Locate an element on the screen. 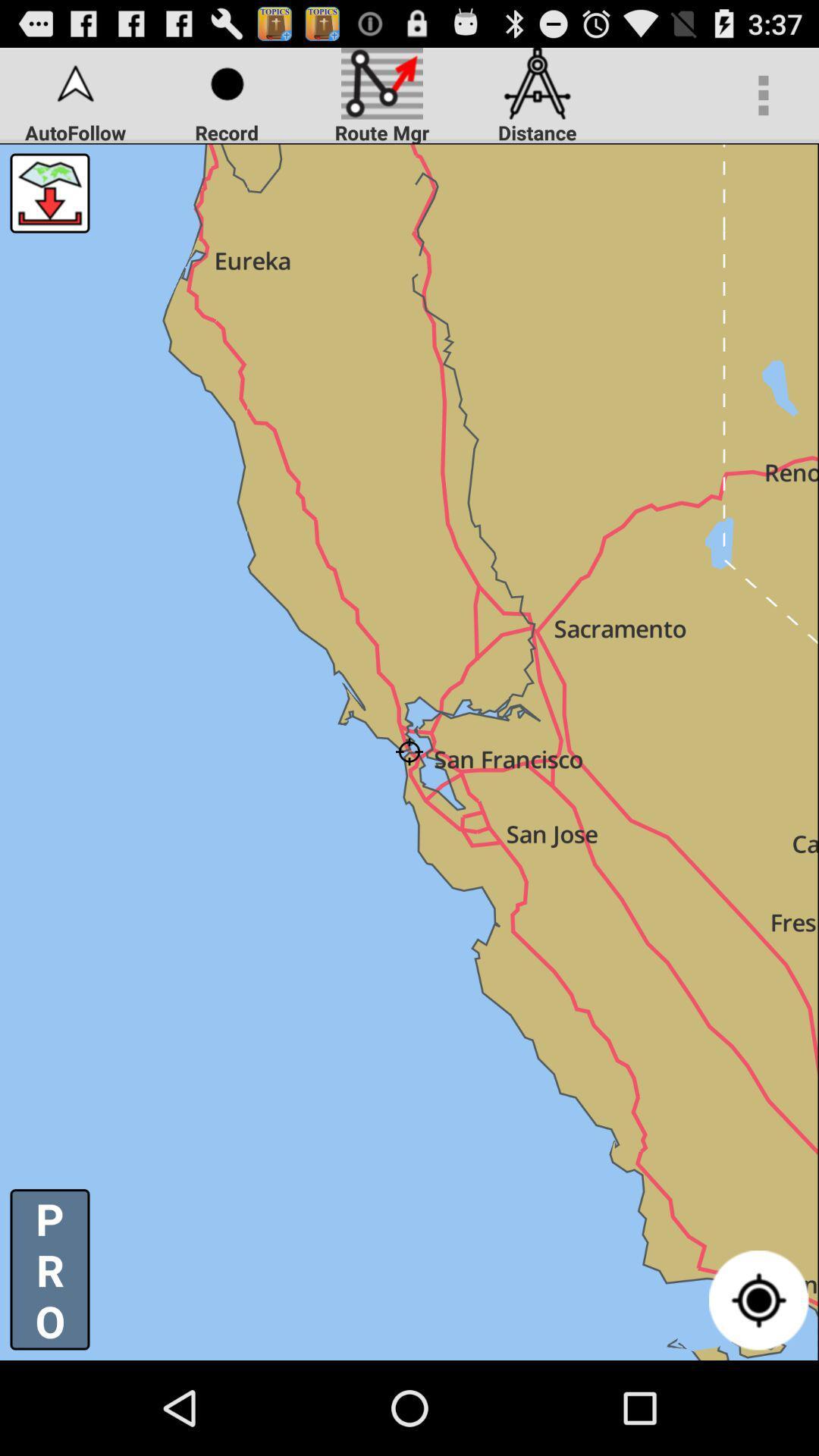 The height and width of the screenshot is (1456, 819). the icon at the bottom right corner is located at coordinates (758, 1299).